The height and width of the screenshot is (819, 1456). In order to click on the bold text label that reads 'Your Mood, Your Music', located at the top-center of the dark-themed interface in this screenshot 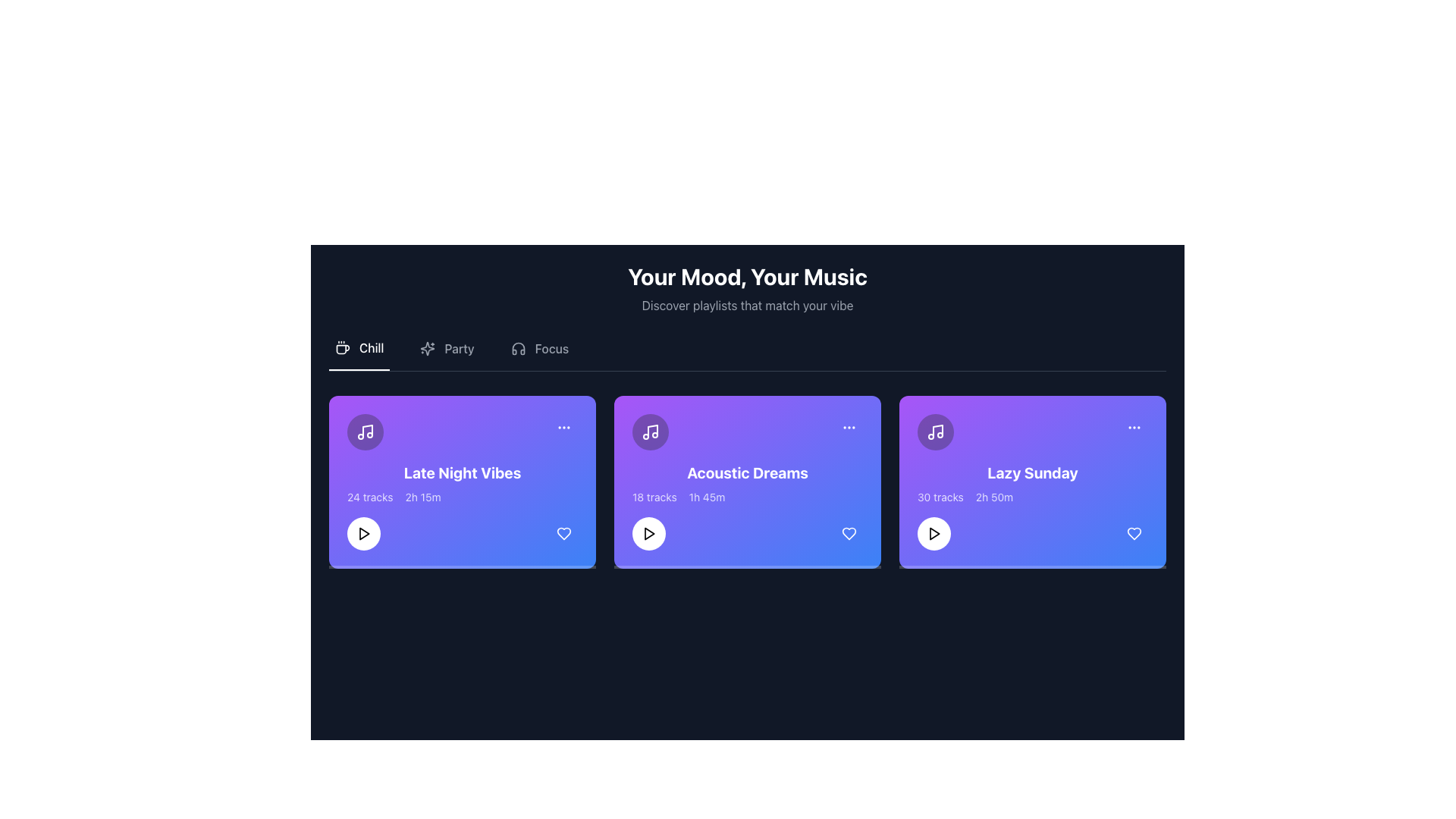, I will do `click(747, 277)`.